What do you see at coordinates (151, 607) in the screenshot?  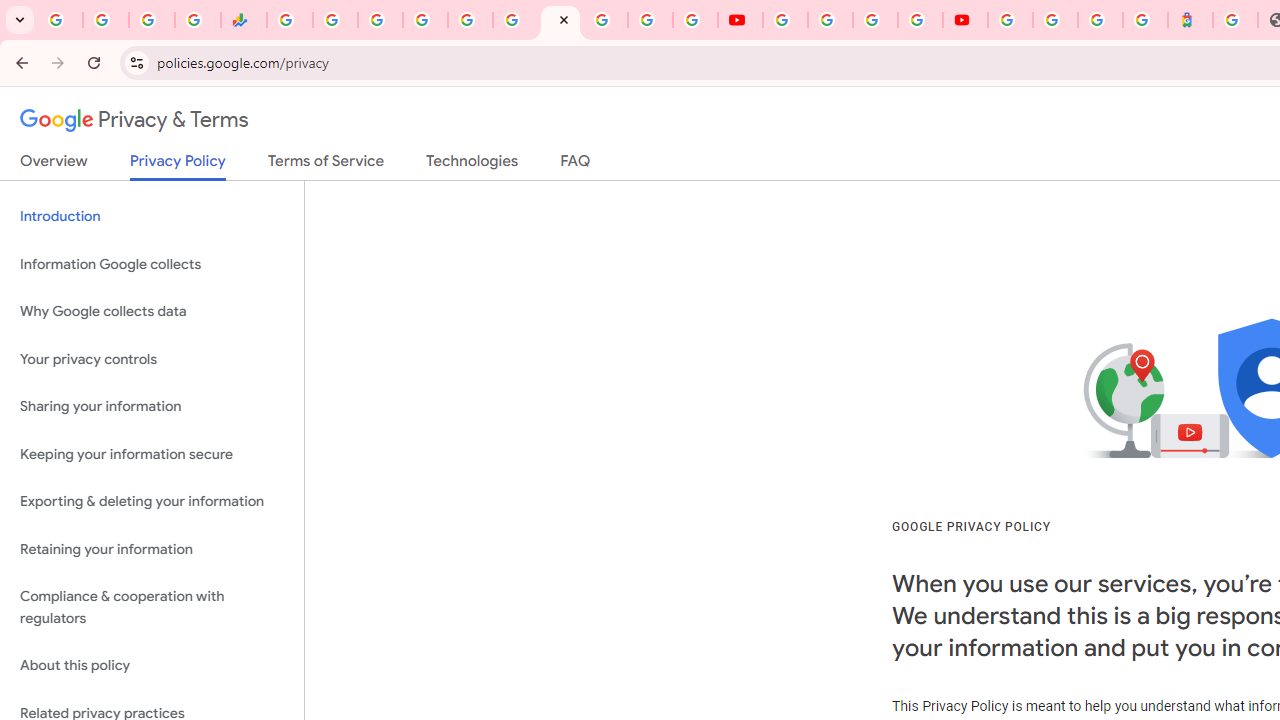 I see `'Compliance & cooperation with regulators'` at bounding box center [151, 607].